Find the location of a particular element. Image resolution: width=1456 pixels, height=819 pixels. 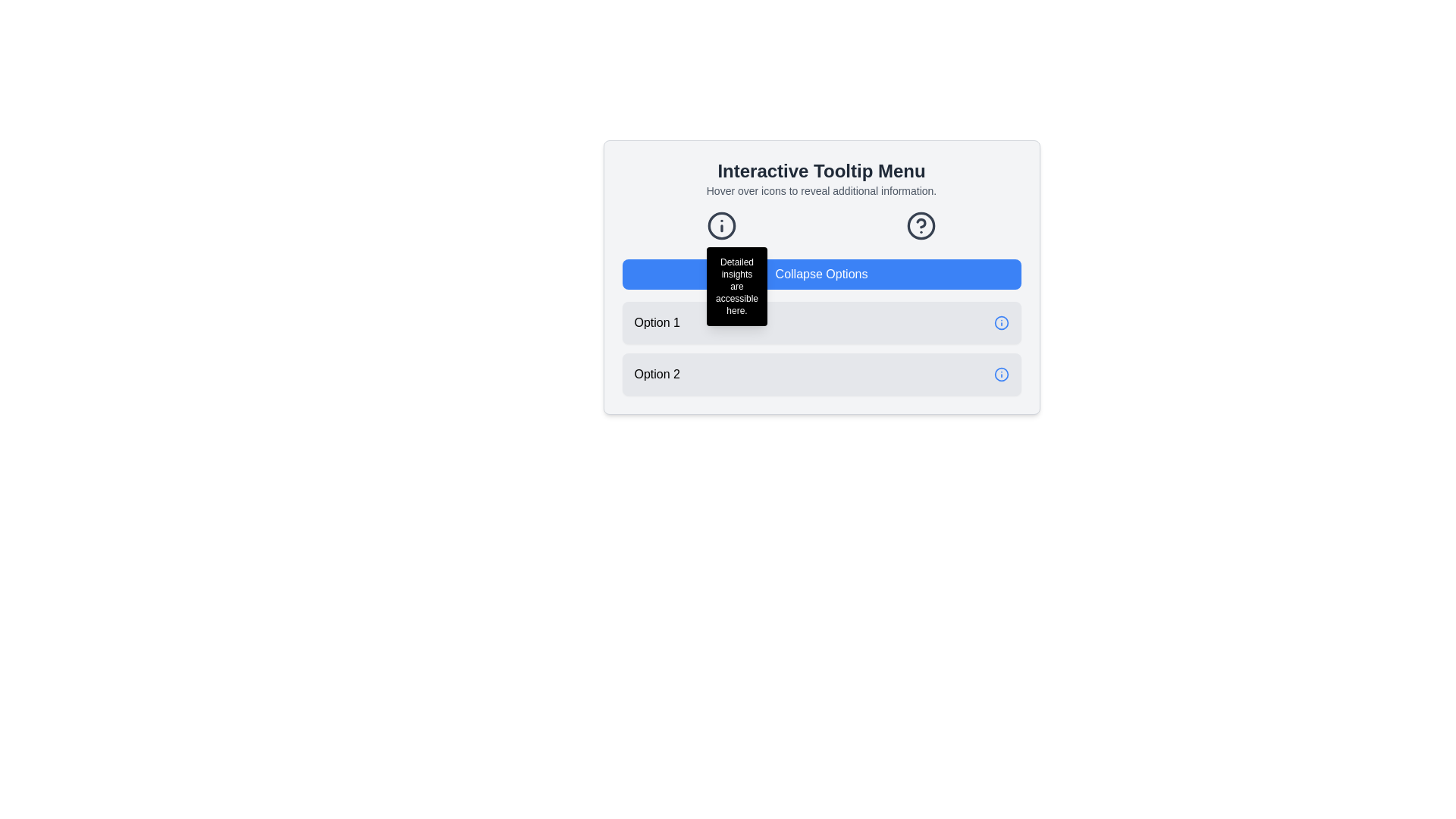

the information icon that contains the Decorative Circle, which is a circular shape with a solid outline, located at the upper central part of the interface is located at coordinates (720, 225).